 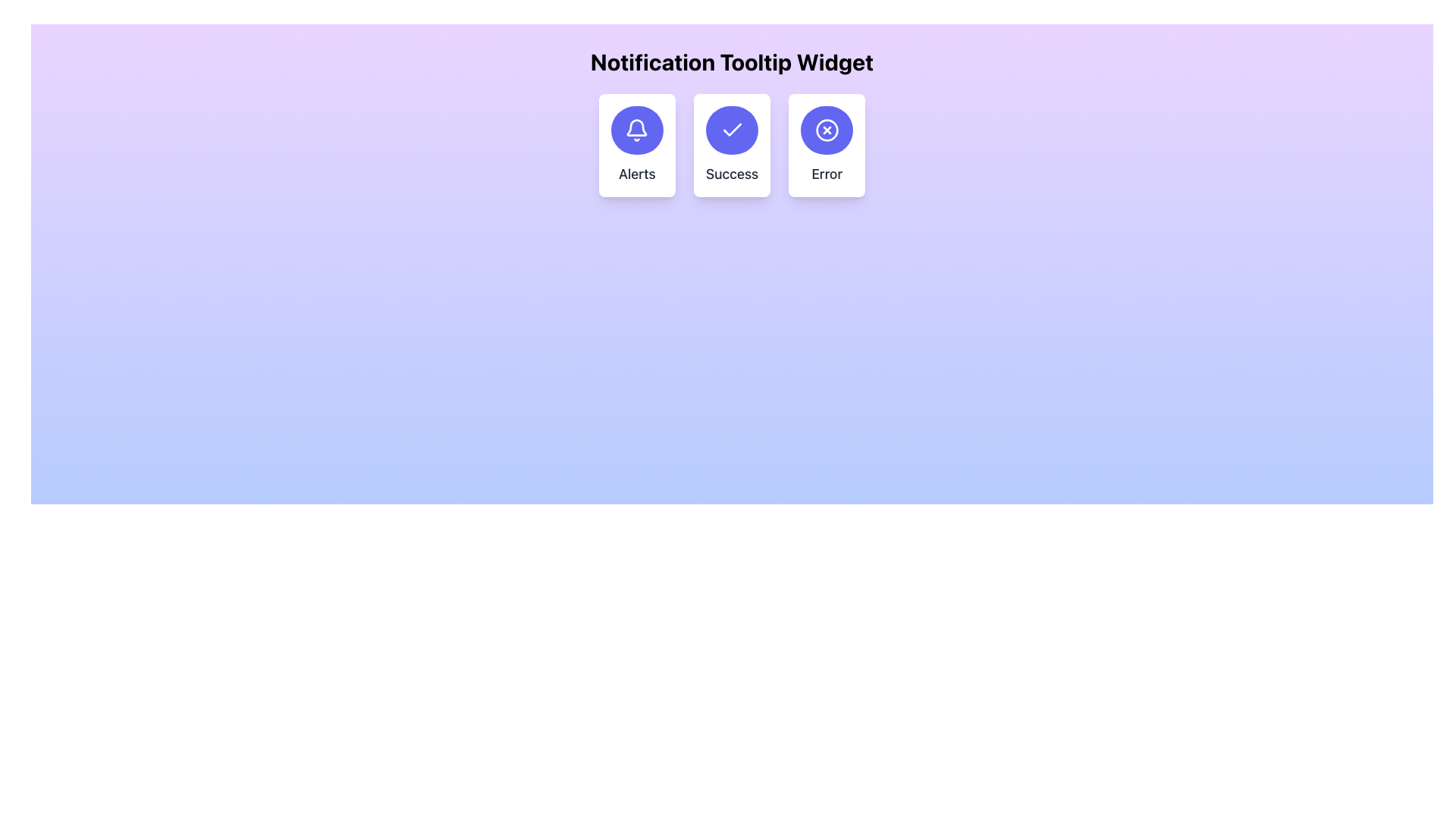 What do you see at coordinates (637, 130) in the screenshot?
I see `the notification icon button depicted by a bell icon, located at the center of the 'Alerts' card beneath the 'Notification Tooltip Widget' title` at bounding box center [637, 130].